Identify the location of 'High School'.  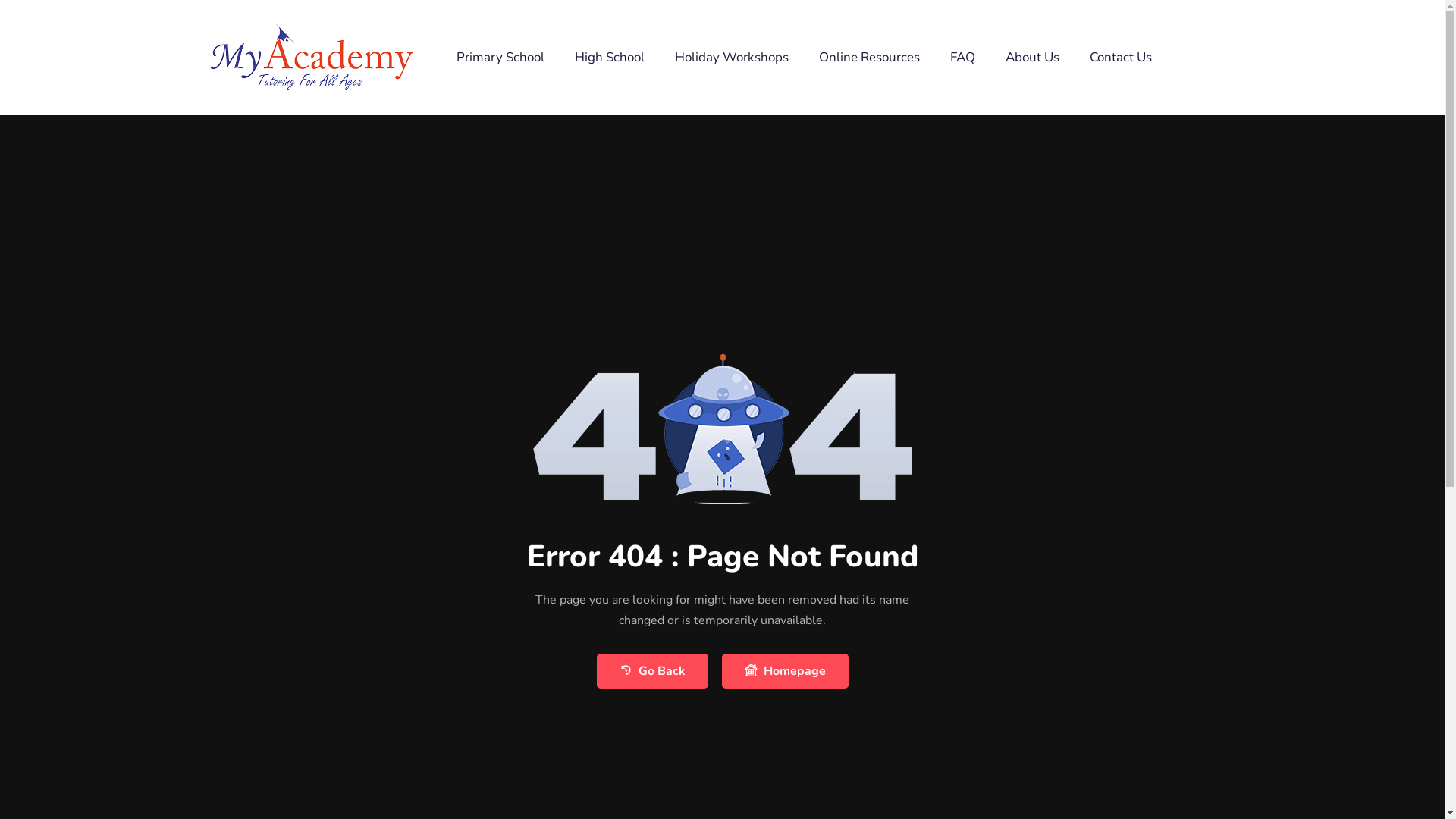
(610, 55).